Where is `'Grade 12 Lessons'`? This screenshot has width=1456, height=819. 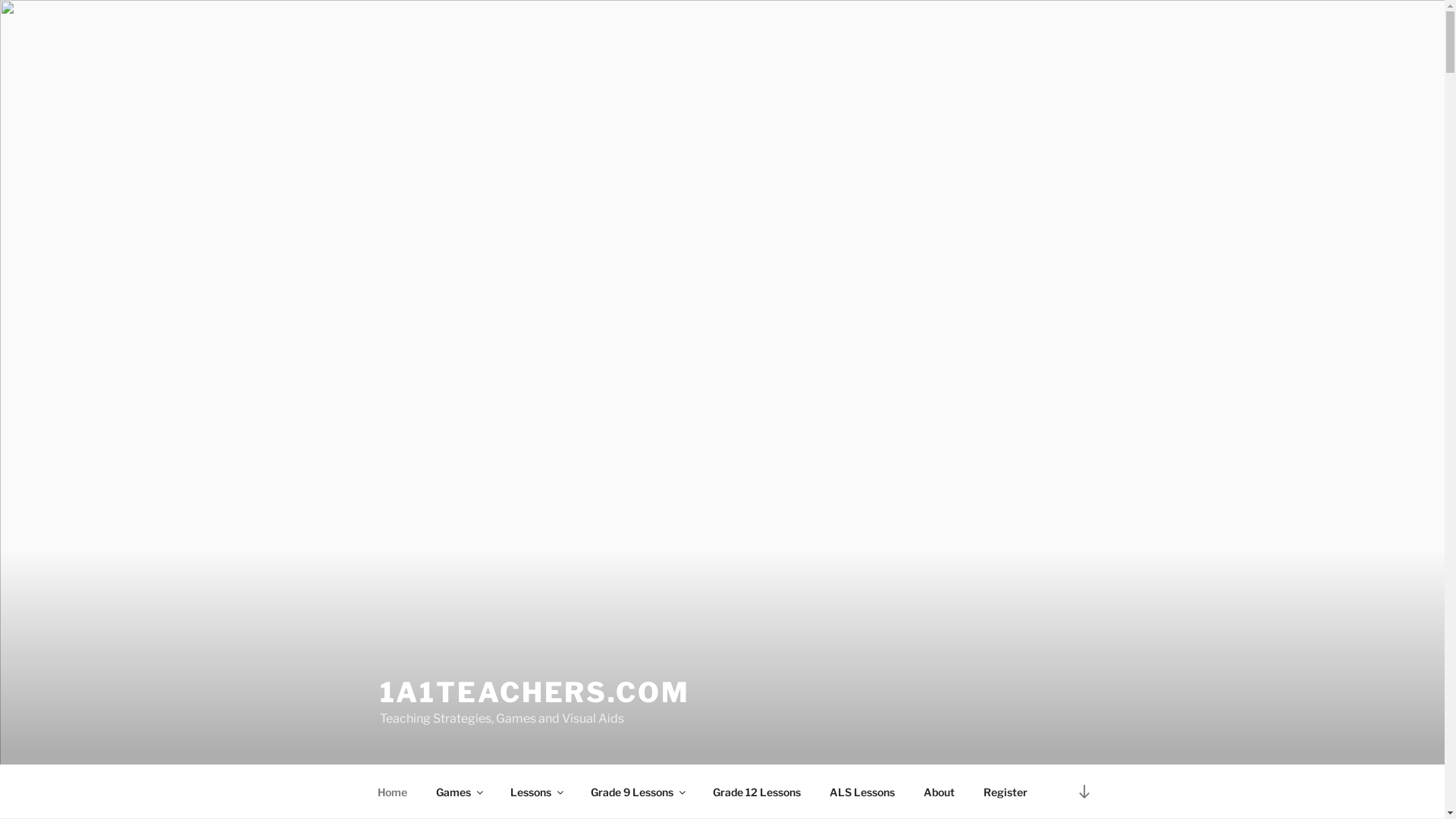
'Grade 12 Lessons' is located at coordinates (756, 791).